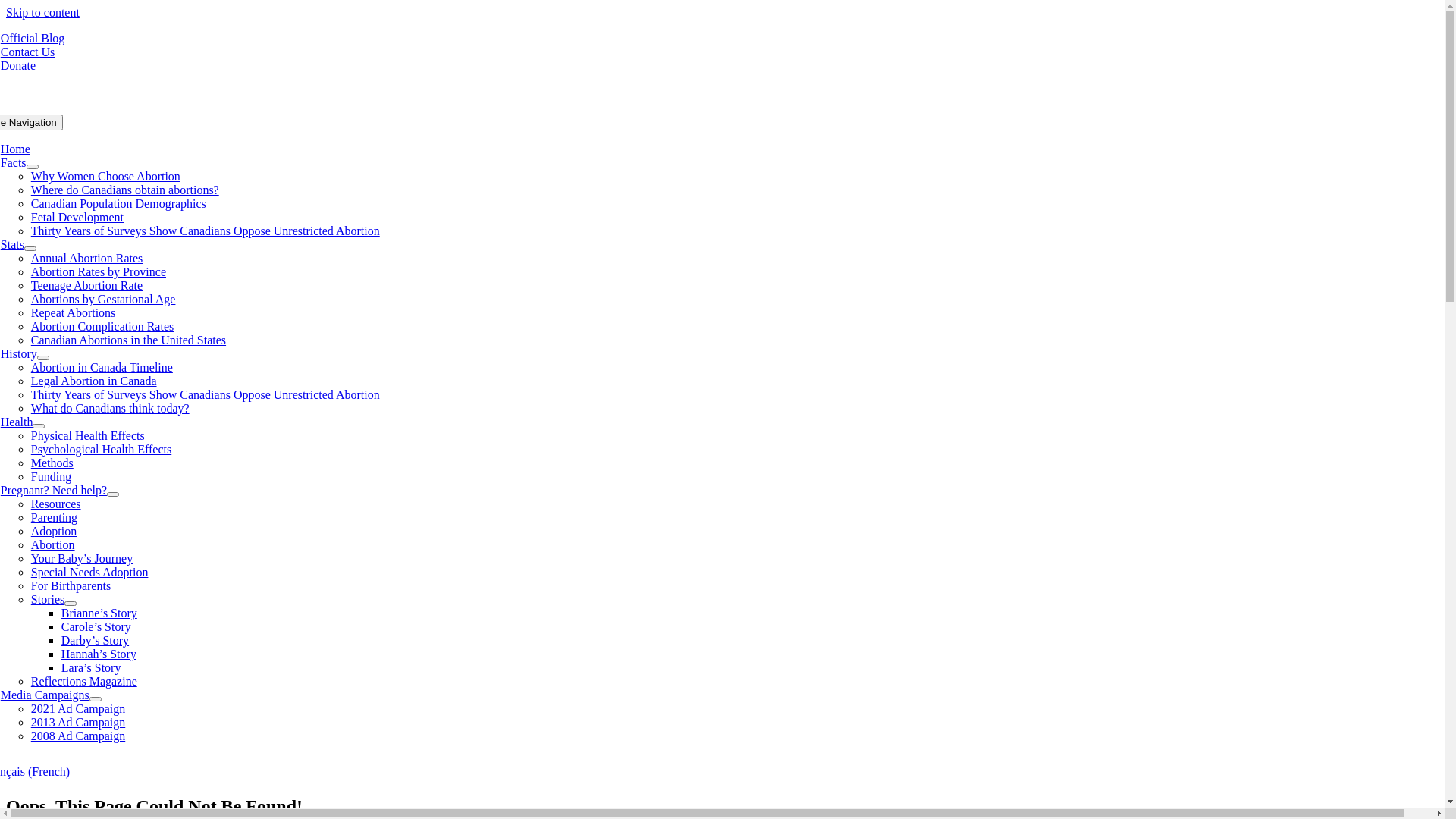 Image resolution: width=1456 pixels, height=819 pixels. I want to click on 'Funding', so click(51, 475).